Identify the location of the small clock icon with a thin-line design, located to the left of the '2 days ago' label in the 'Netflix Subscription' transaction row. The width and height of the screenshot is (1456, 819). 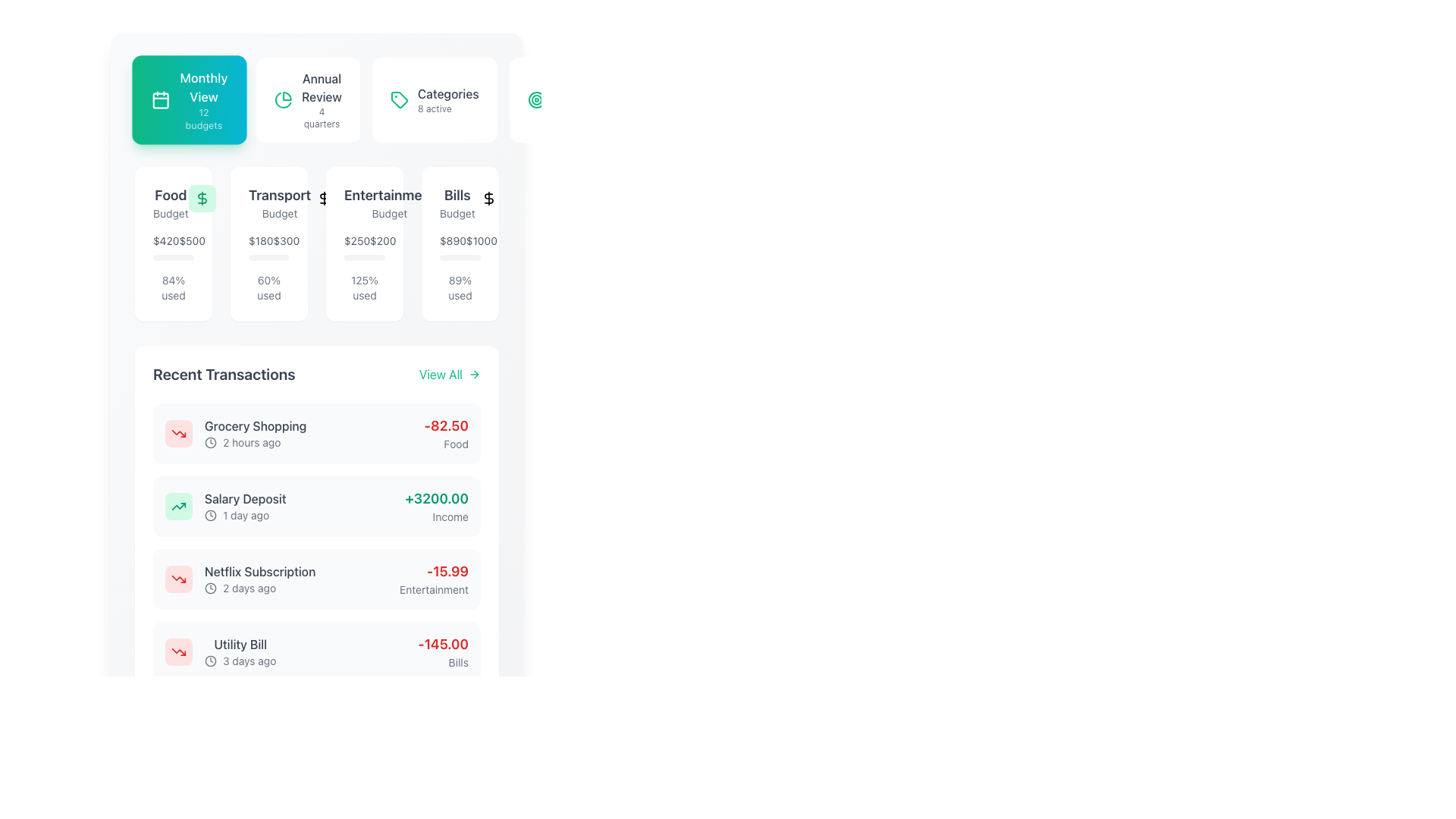
(210, 587).